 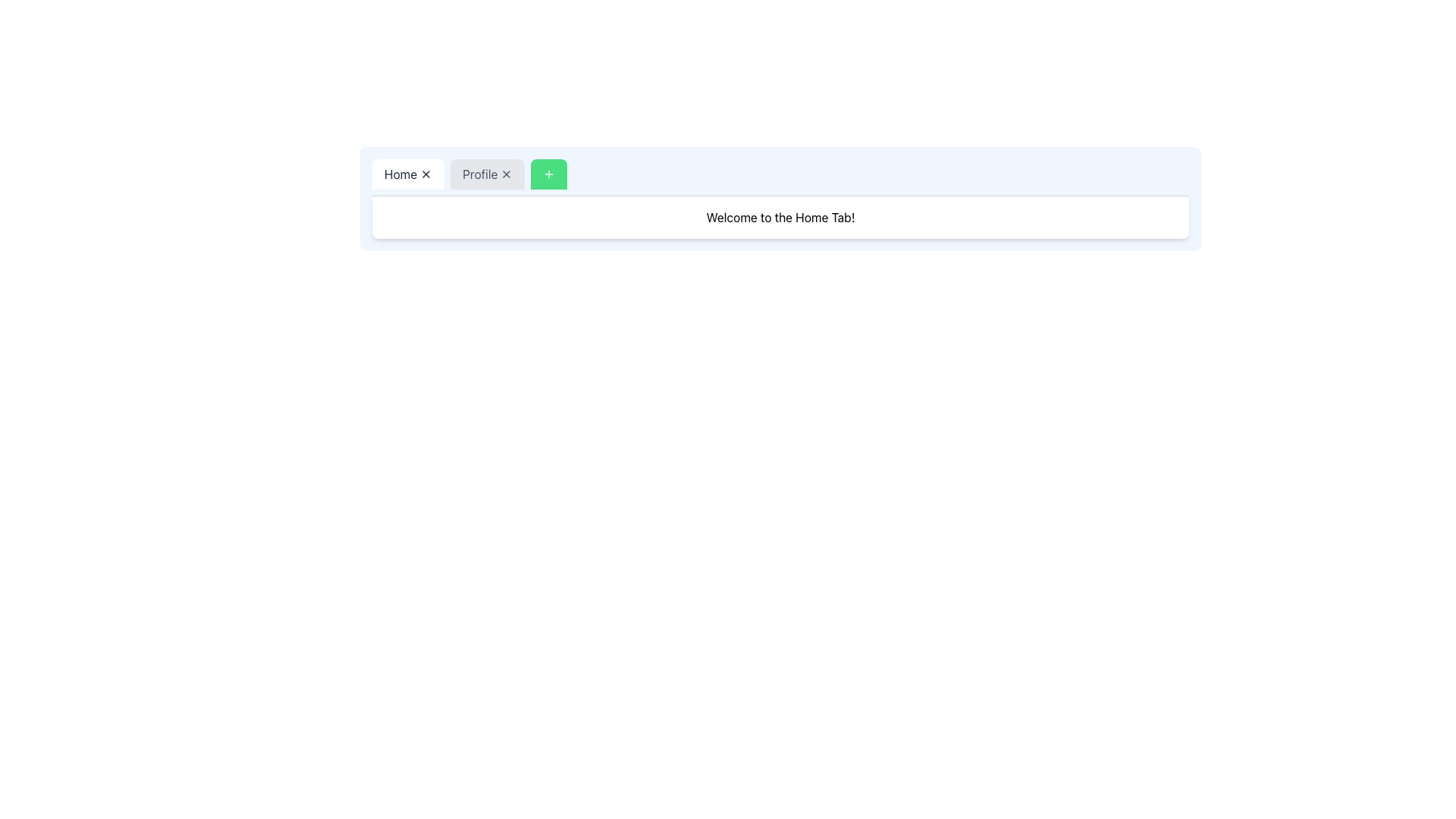 What do you see at coordinates (548, 174) in the screenshot?
I see `the small green button with rounded top edges and a white plus icon located to the right of the 'Profile ×' tab in the navigation bar` at bounding box center [548, 174].